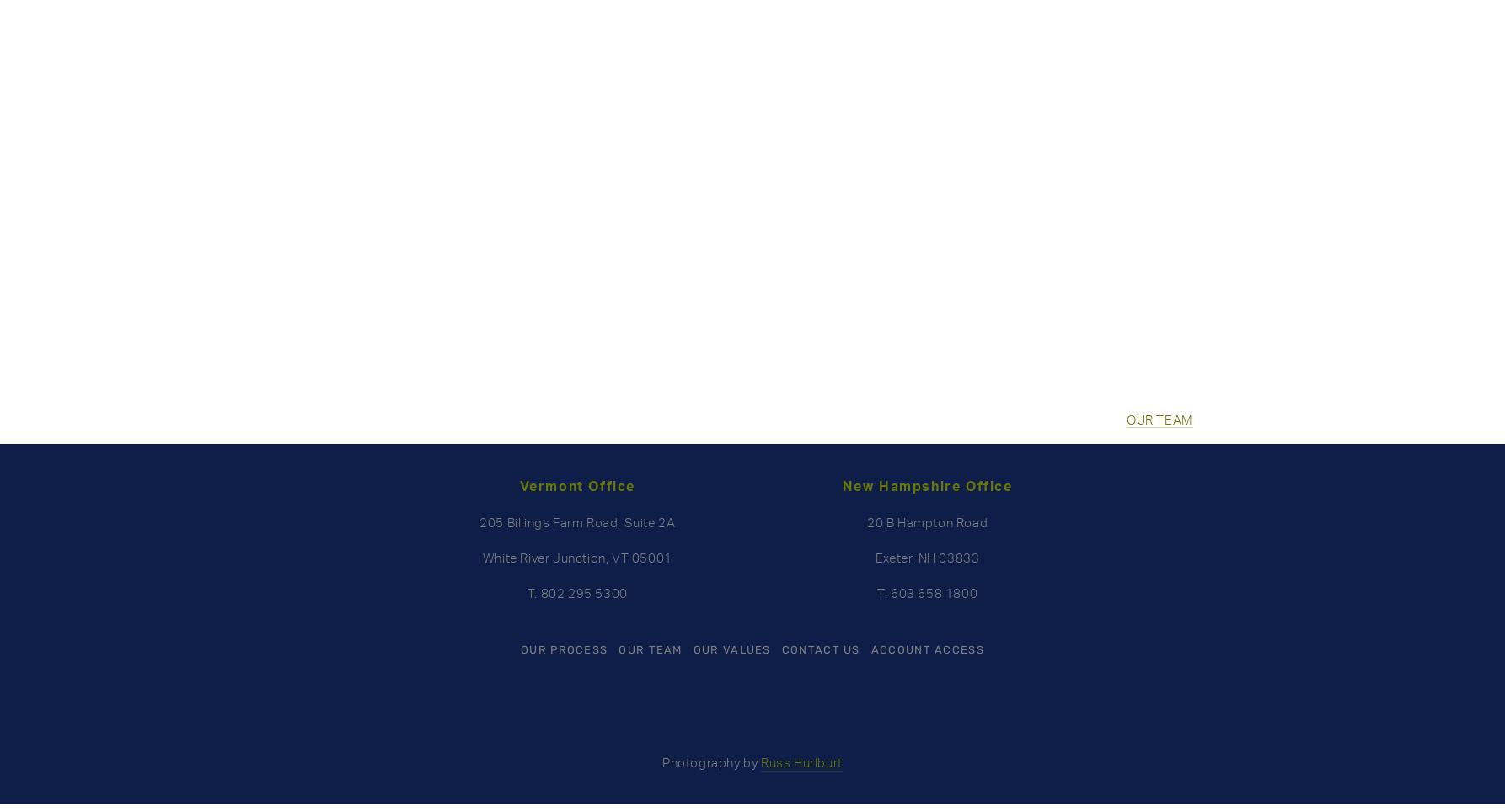 This screenshot has height=812, width=1505. Describe the element at coordinates (875, 557) in the screenshot. I see `'Exeter, NH 03833'` at that location.